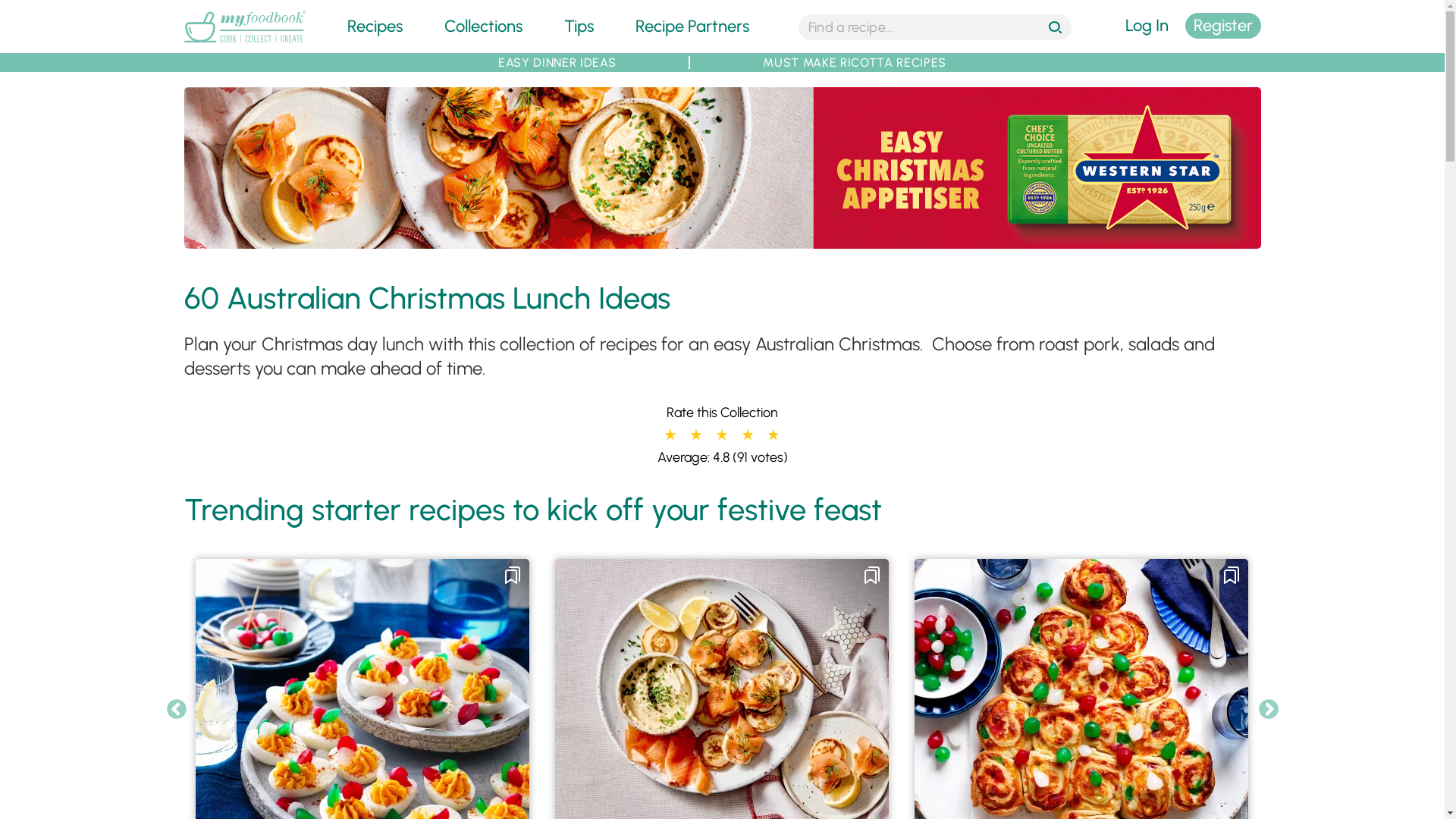 This screenshot has width=1456, height=819. Describe the element at coordinates (742, 435) in the screenshot. I see `'Give it 4/5'` at that location.